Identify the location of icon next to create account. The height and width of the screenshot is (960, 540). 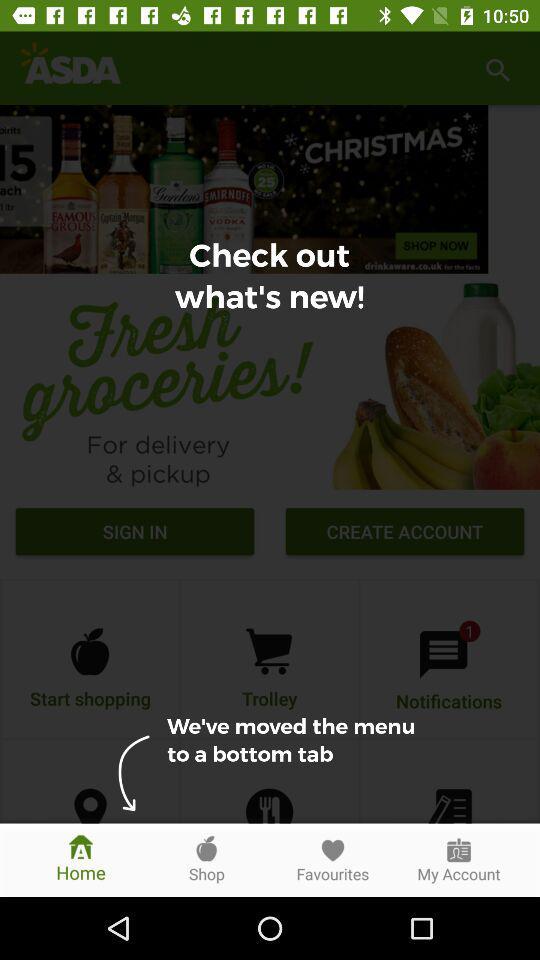
(135, 533).